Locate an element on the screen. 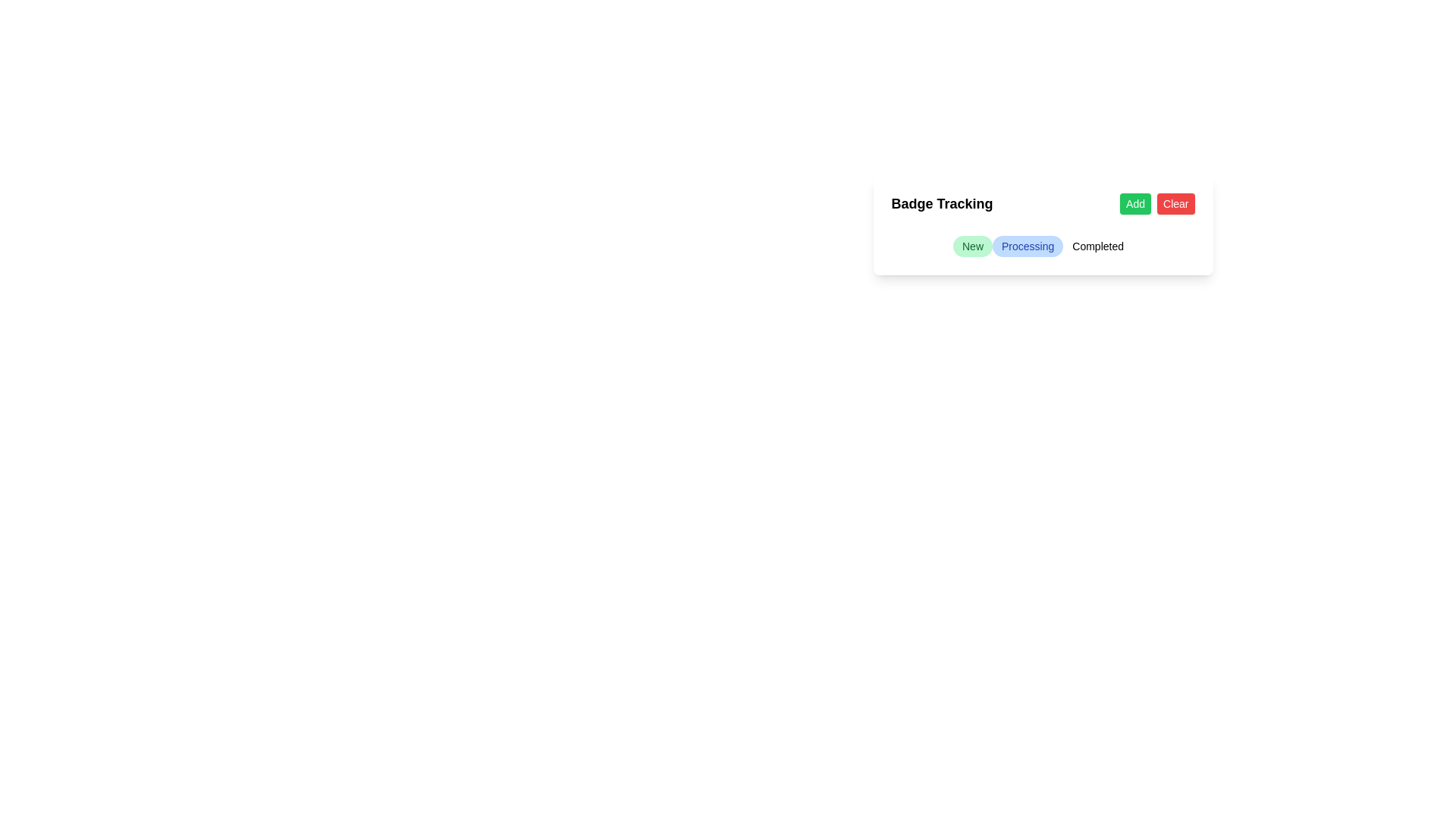 Image resolution: width=1456 pixels, height=819 pixels. the highlighted 'Processing' badge within the status badges collection in the 'Badge Tracking' panel is located at coordinates (1042, 241).